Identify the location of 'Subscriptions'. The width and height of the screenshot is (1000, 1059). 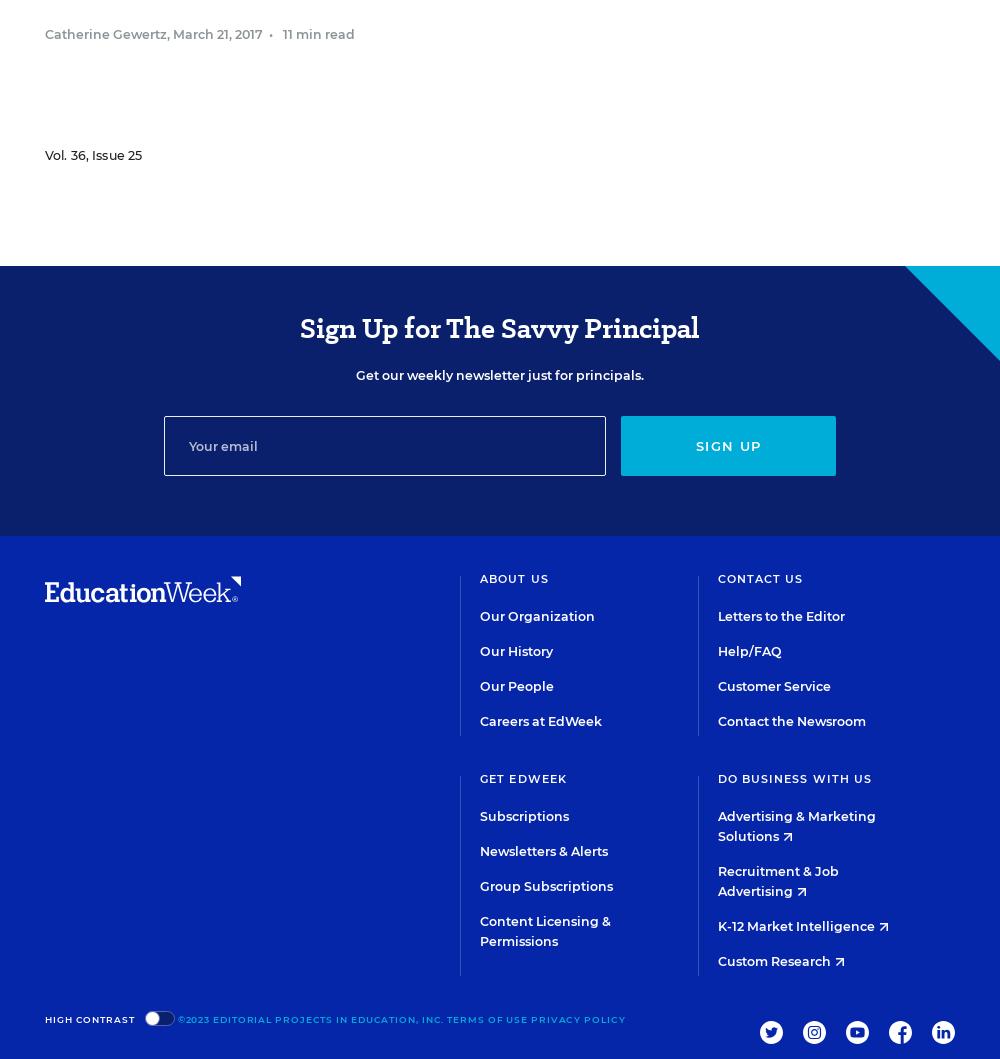
(524, 815).